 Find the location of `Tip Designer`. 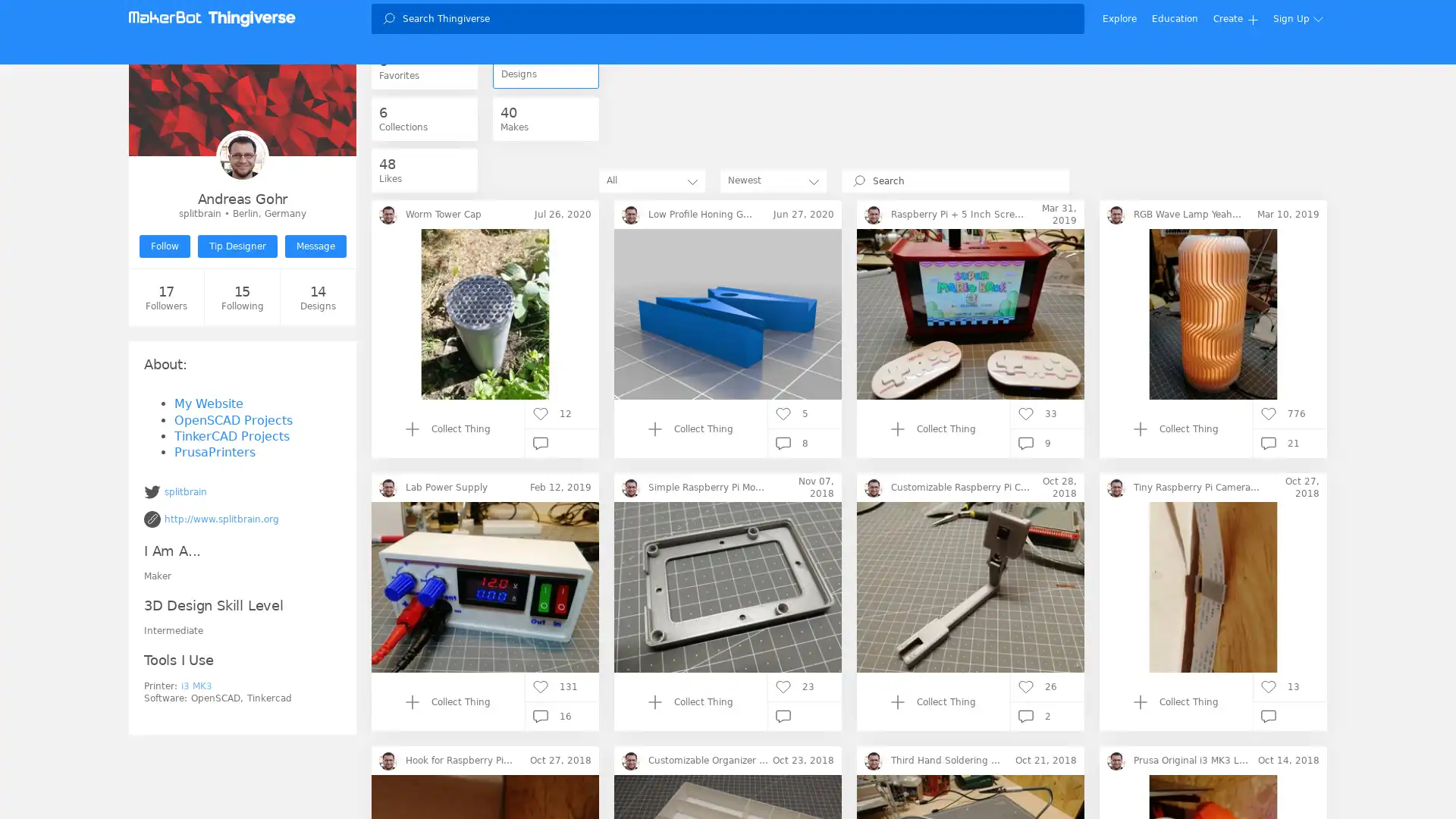

Tip Designer is located at coordinates (236, 245).